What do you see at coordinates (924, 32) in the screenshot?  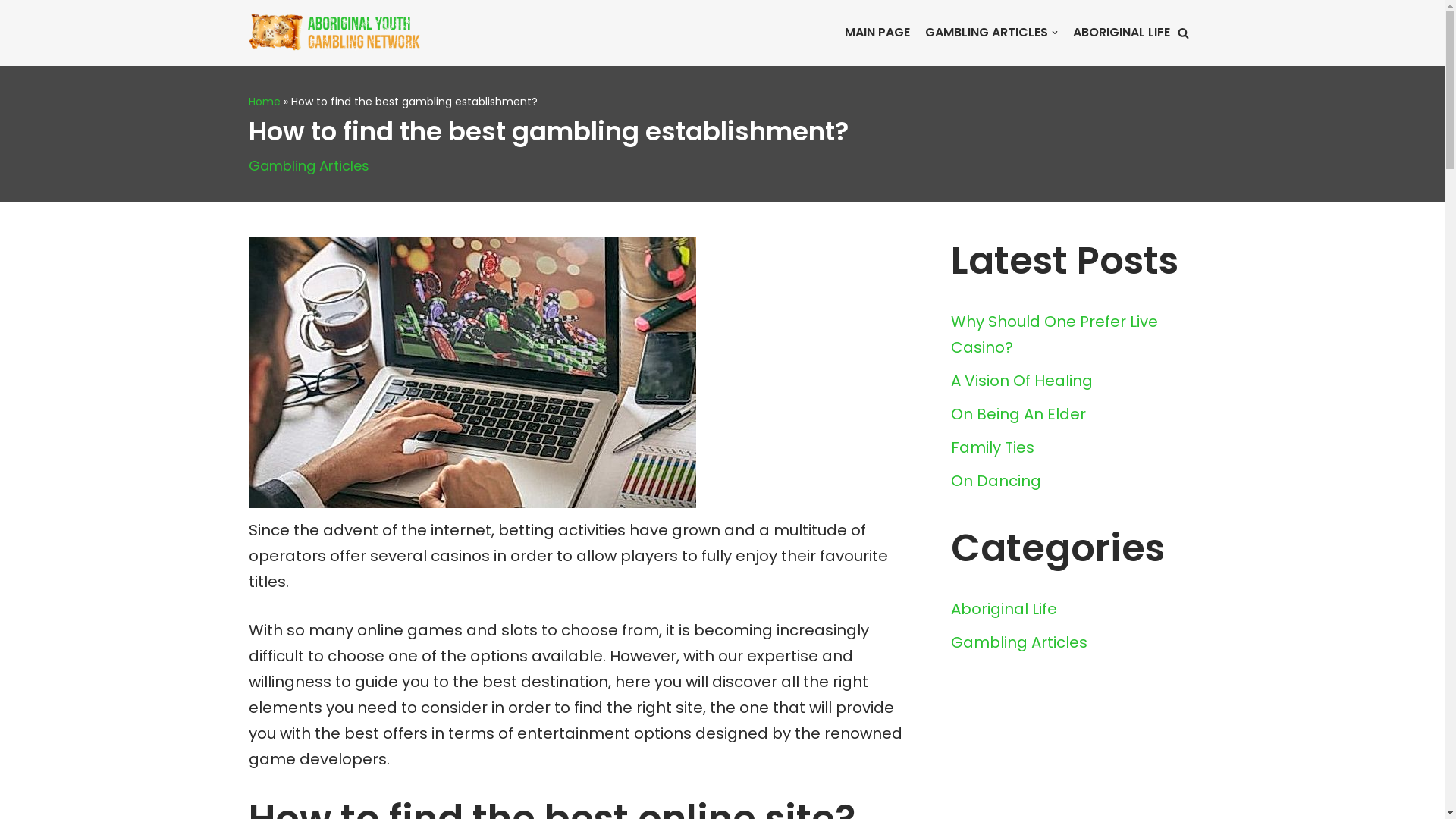 I see `'GAMBLING ARTICLES'` at bounding box center [924, 32].